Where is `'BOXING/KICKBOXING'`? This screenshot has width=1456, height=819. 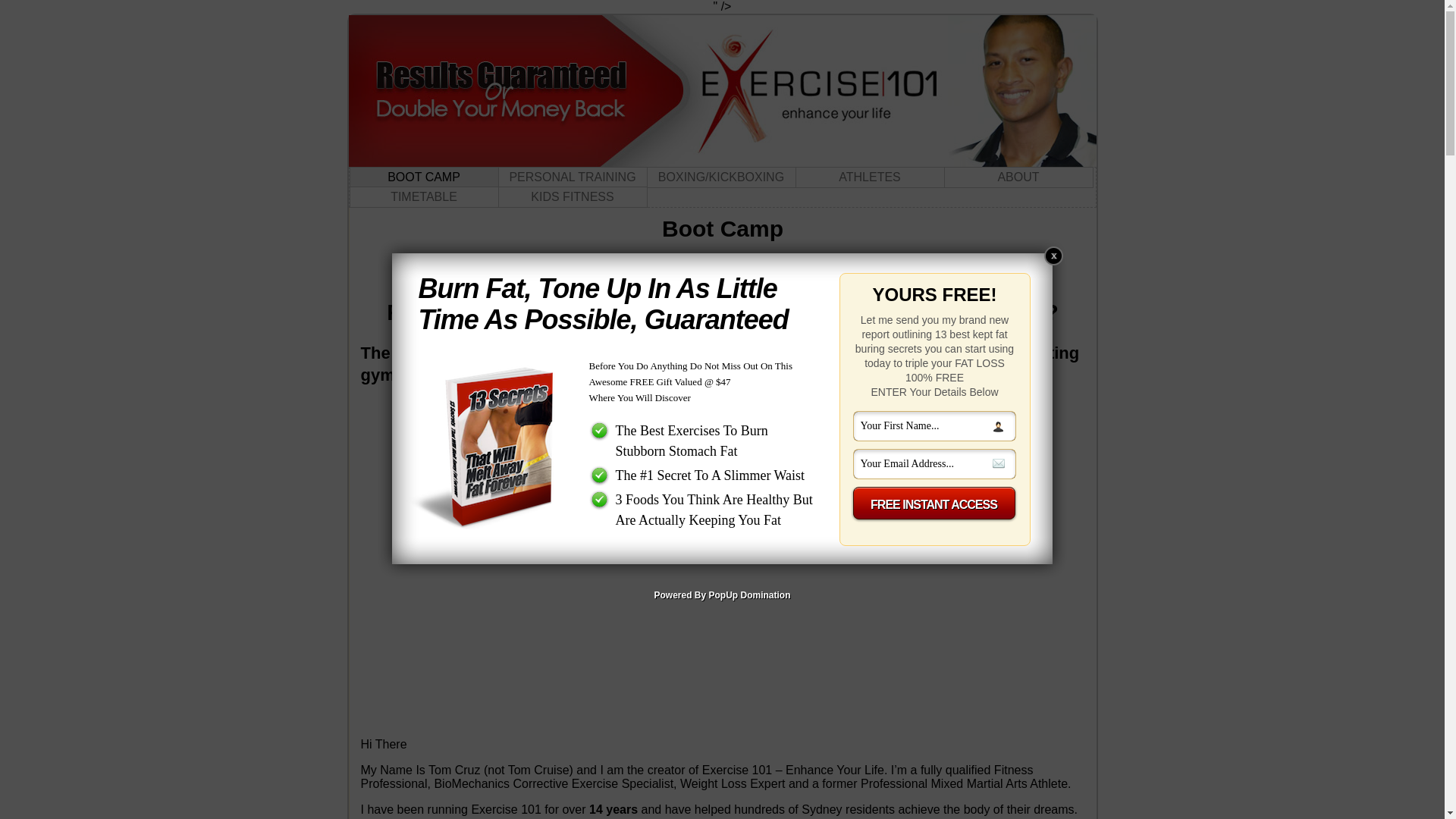 'BOXING/KICKBOXING' is located at coordinates (720, 177).